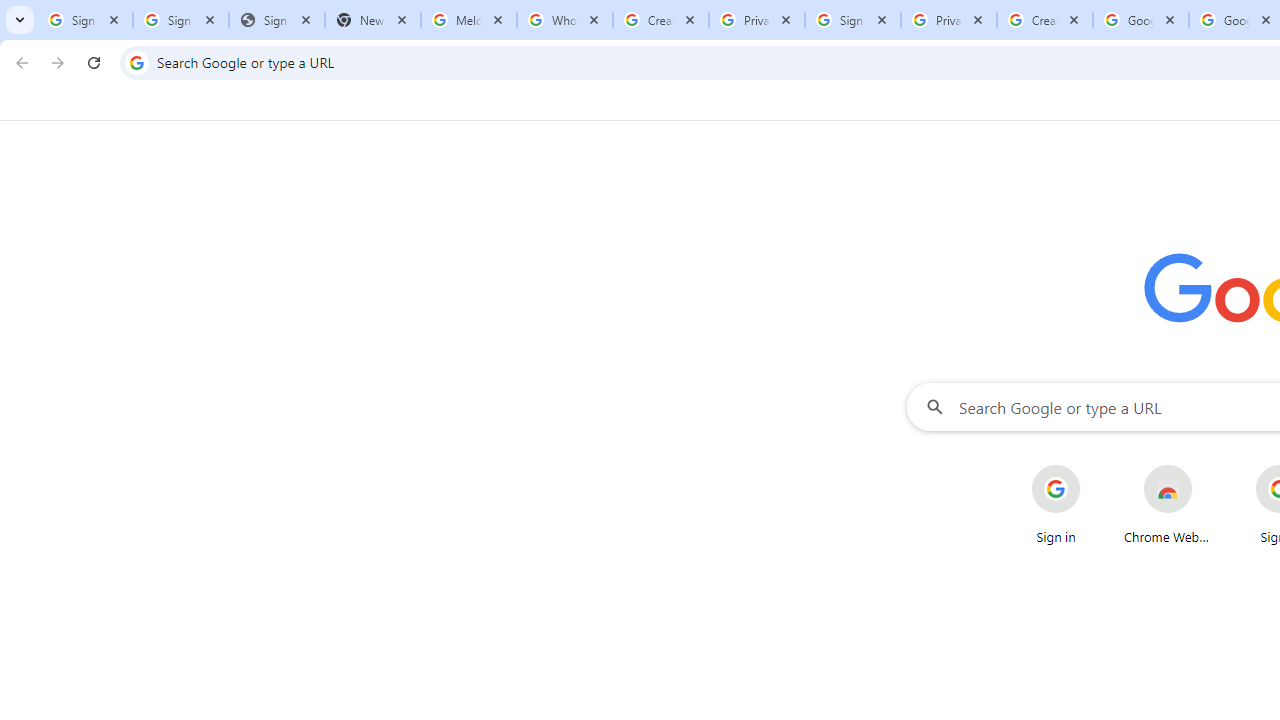 The width and height of the screenshot is (1280, 720). I want to click on 'New Tab', so click(373, 20).